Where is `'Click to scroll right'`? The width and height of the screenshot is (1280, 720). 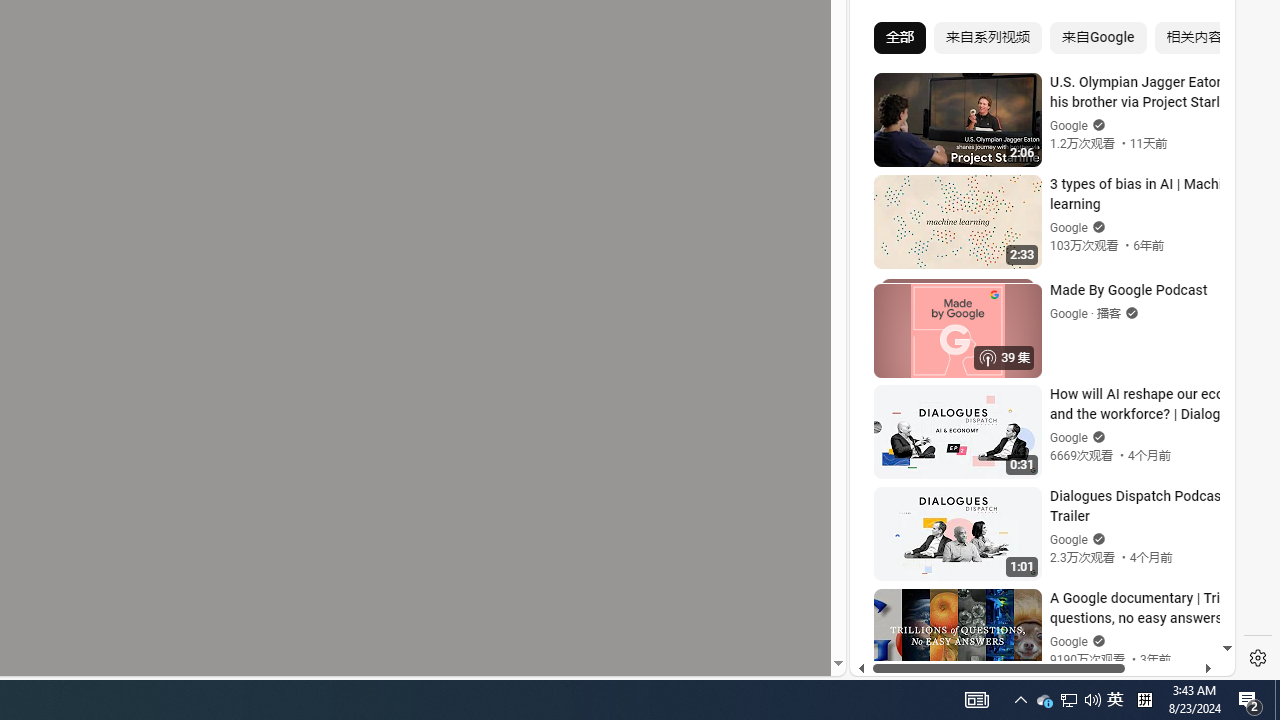
'Click to scroll right' is located at coordinates (1196, 82).